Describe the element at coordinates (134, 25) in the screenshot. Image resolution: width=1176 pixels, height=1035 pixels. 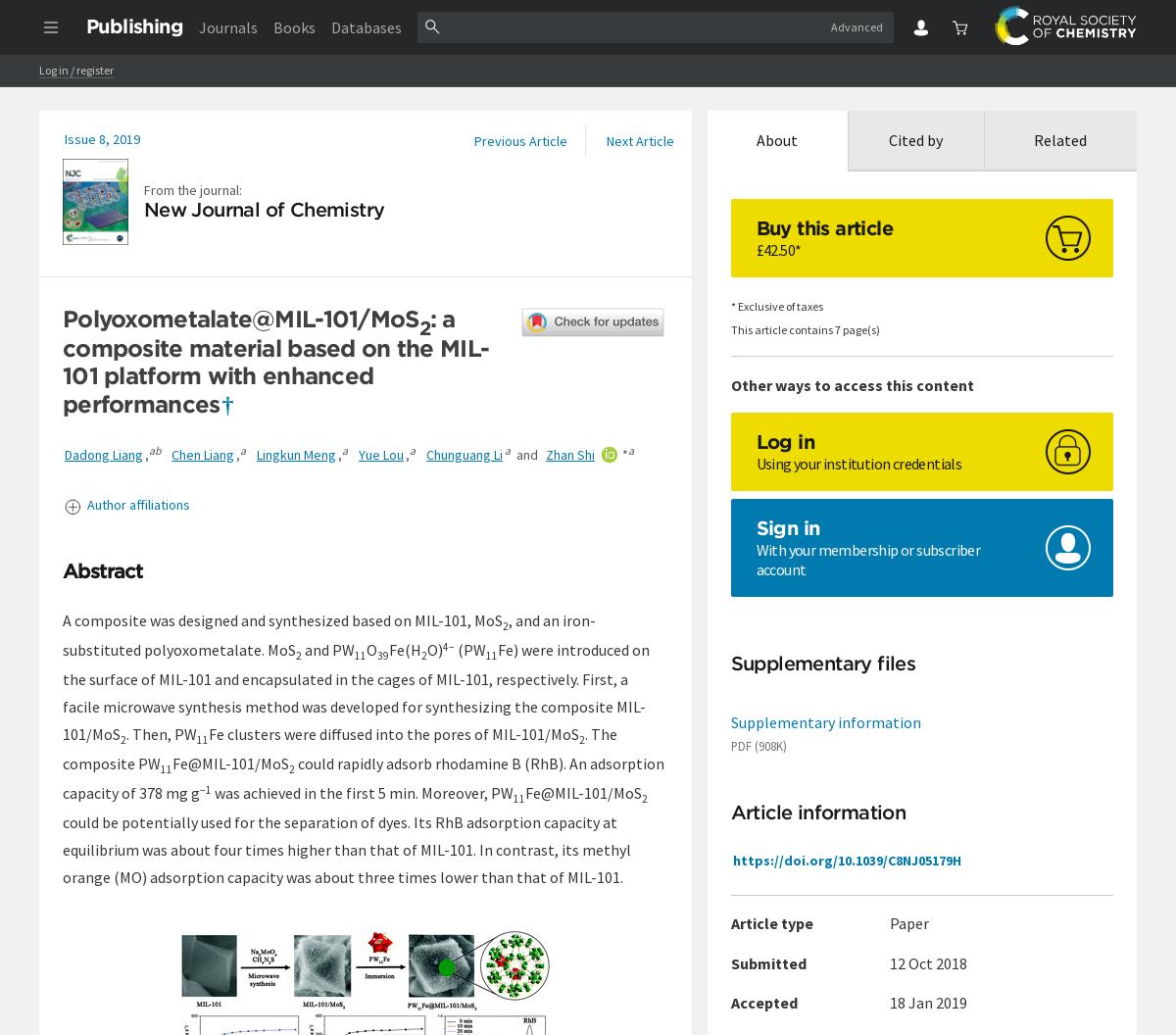
I see `'Publishing'` at that location.